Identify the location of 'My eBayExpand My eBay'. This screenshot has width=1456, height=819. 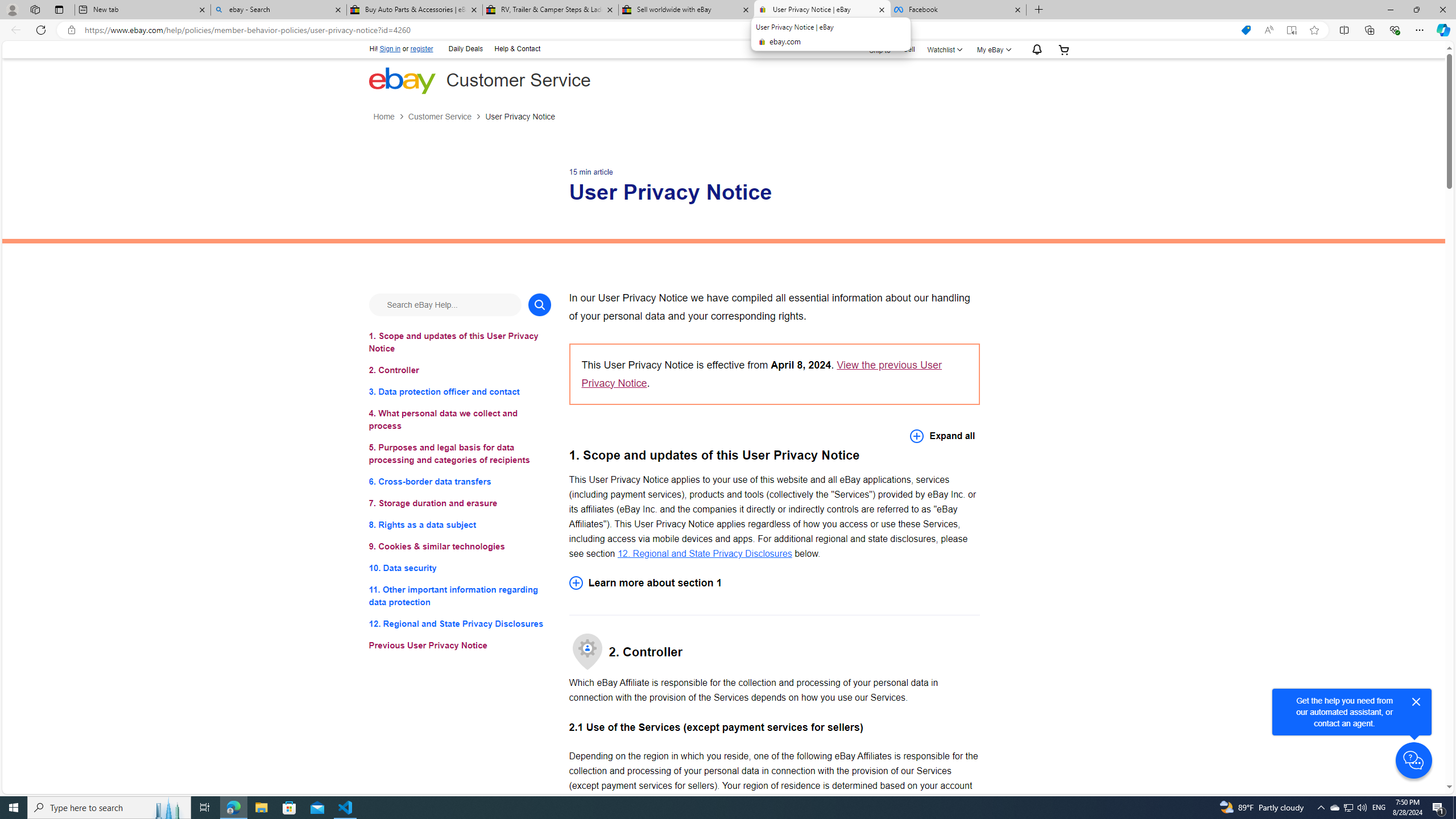
(992, 49).